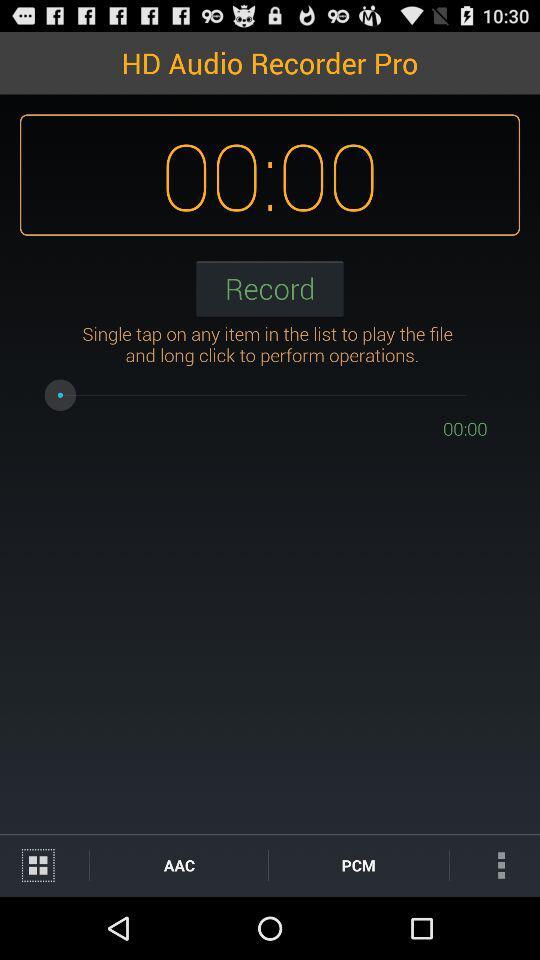  I want to click on item next to the pcm icon, so click(493, 864).